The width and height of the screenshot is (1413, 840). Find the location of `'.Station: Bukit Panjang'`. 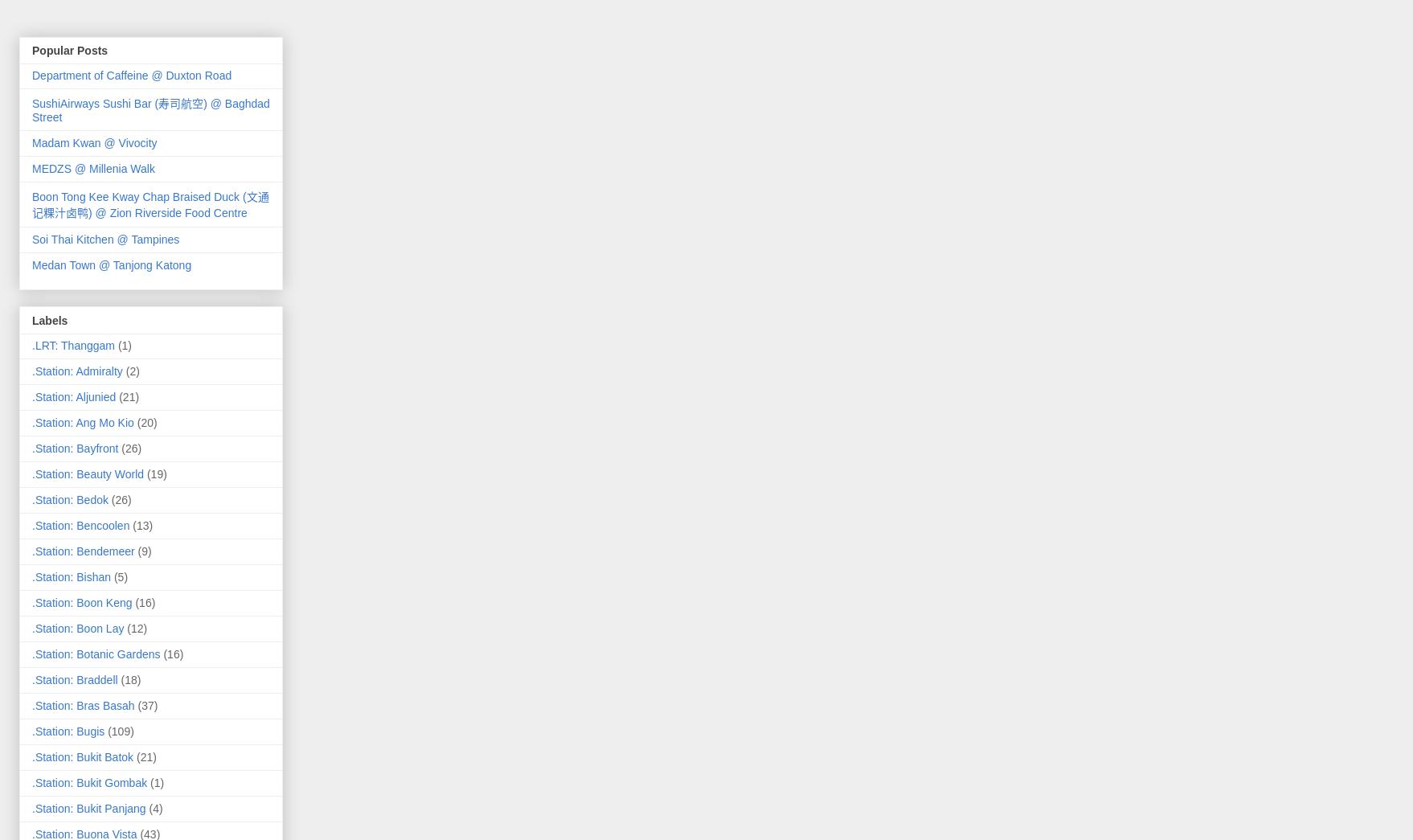

'.Station: Bukit Panjang' is located at coordinates (88, 807).